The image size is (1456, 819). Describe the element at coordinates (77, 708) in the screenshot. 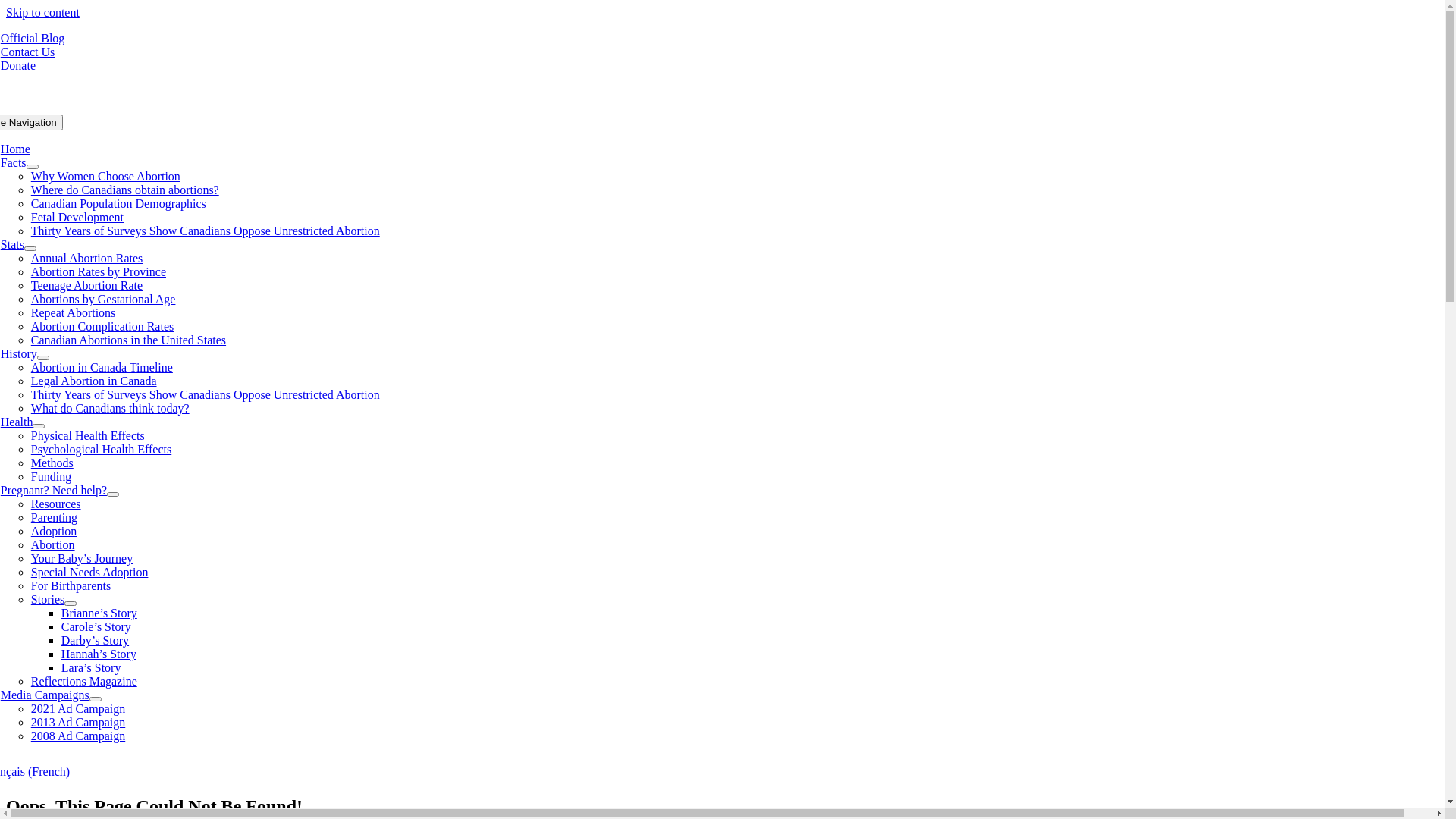

I see `'2021 Ad Campaign'` at that location.